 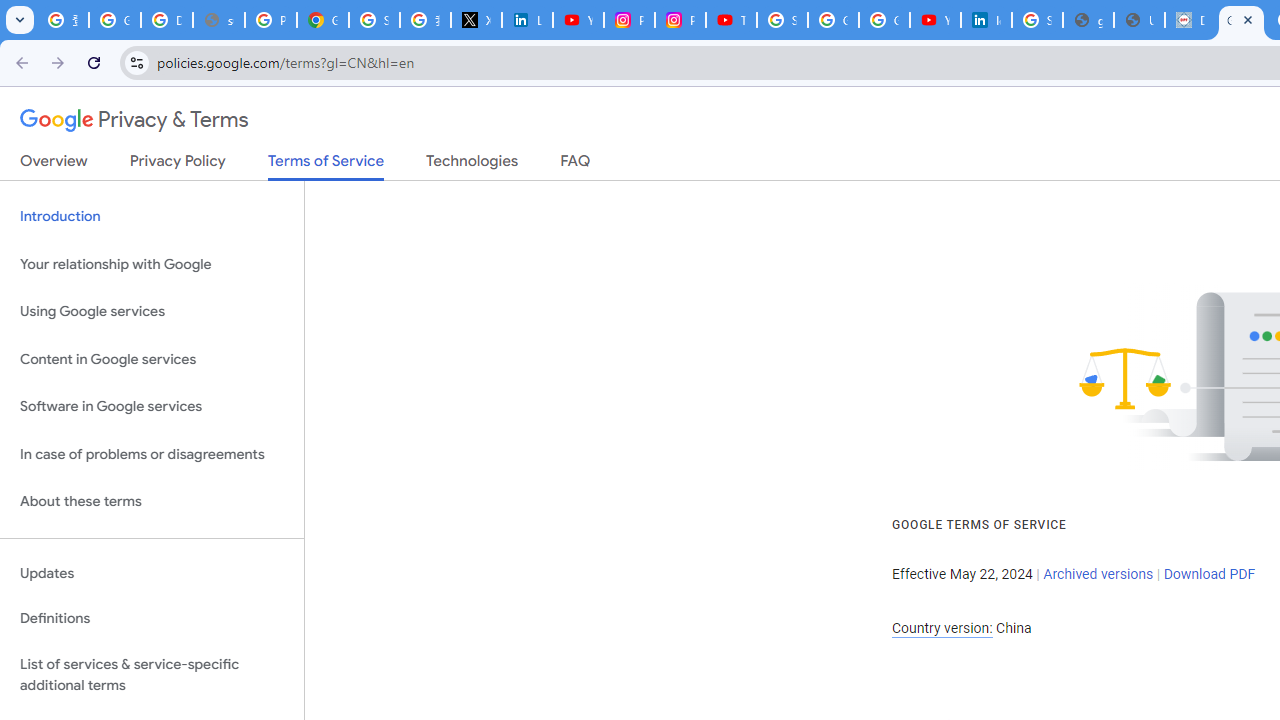 What do you see at coordinates (54, 164) in the screenshot?
I see `'Overview'` at bounding box center [54, 164].